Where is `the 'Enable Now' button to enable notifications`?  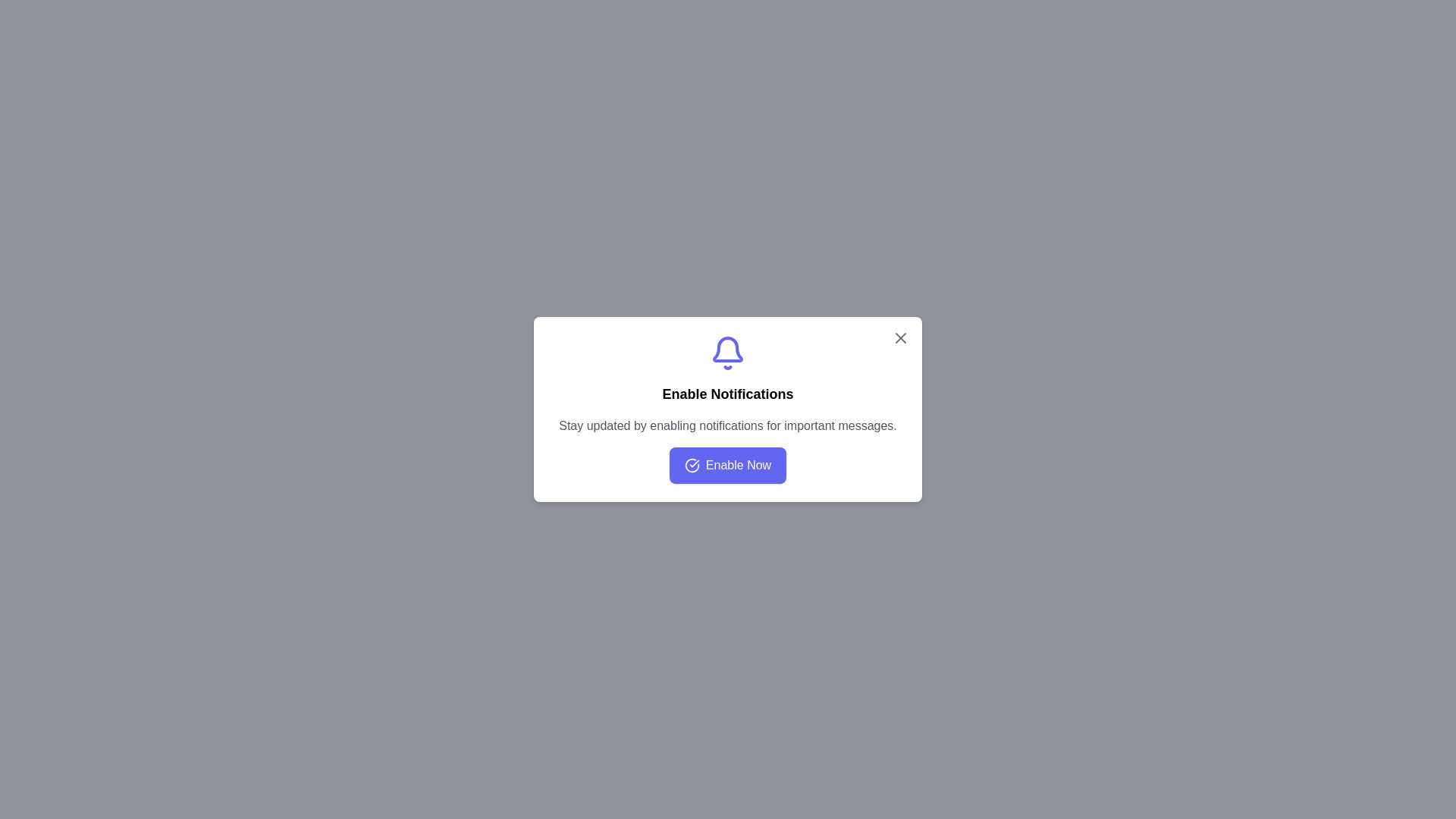 the 'Enable Now' button to enable notifications is located at coordinates (728, 464).